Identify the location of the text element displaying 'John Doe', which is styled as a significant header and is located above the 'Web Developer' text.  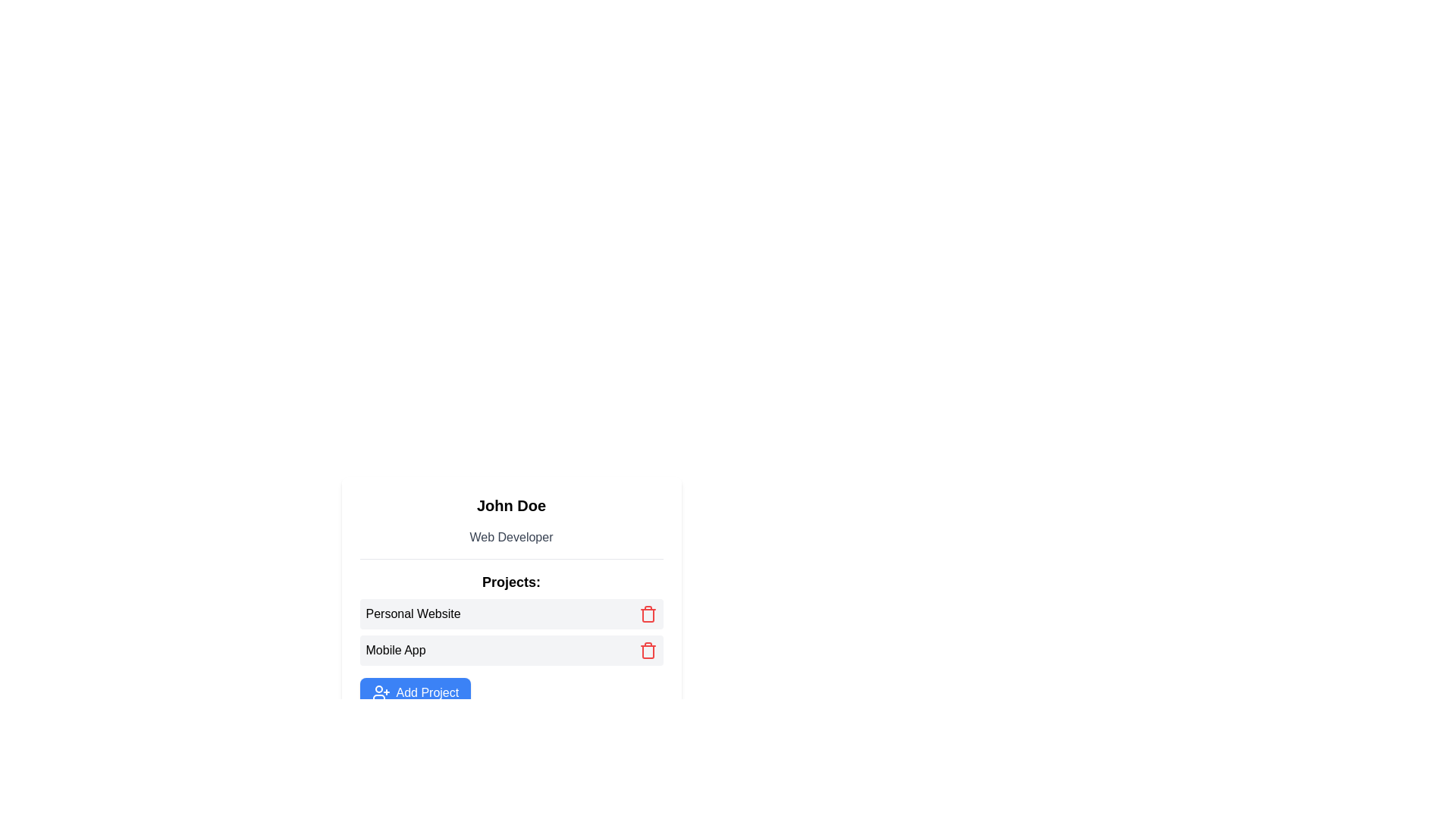
(511, 506).